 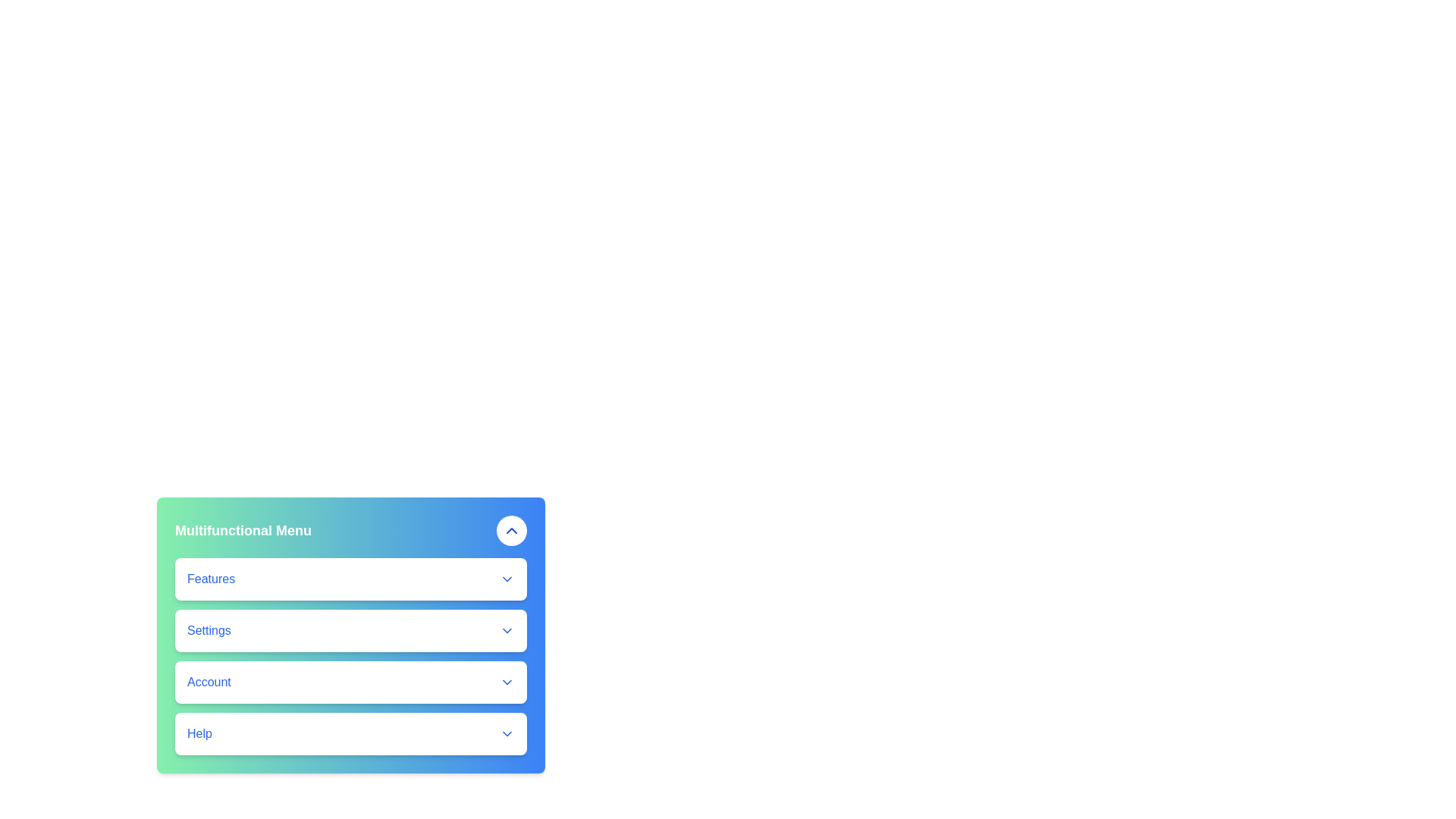 I want to click on the first item in the dropdown menu, so click(x=350, y=579).